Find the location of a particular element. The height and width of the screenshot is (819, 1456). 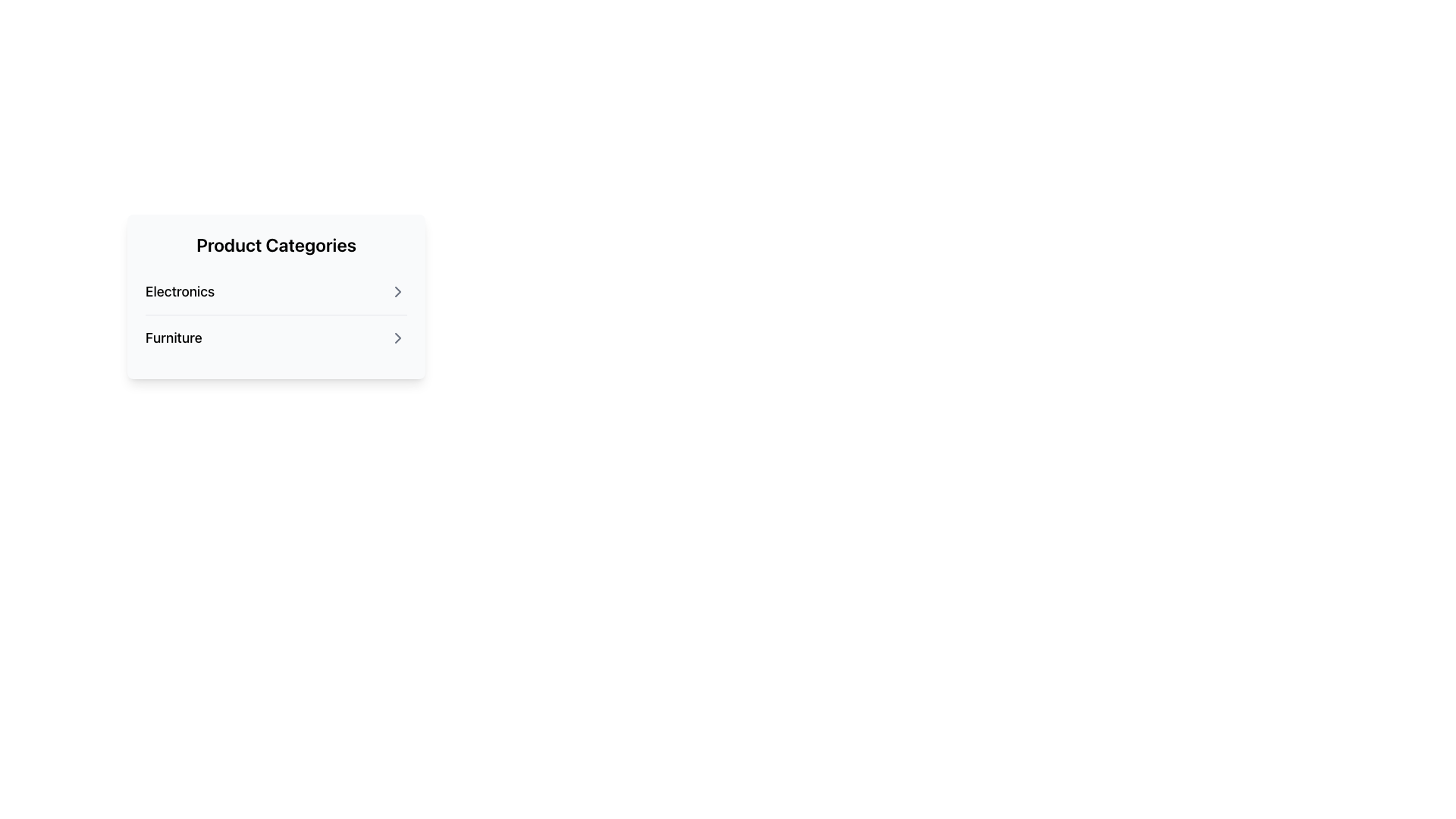

the 'Electronics' text label, which is the first item in the 'Product Categories' list, displayed in bold and larger font size, black in color is located at coordinates (180, 292).